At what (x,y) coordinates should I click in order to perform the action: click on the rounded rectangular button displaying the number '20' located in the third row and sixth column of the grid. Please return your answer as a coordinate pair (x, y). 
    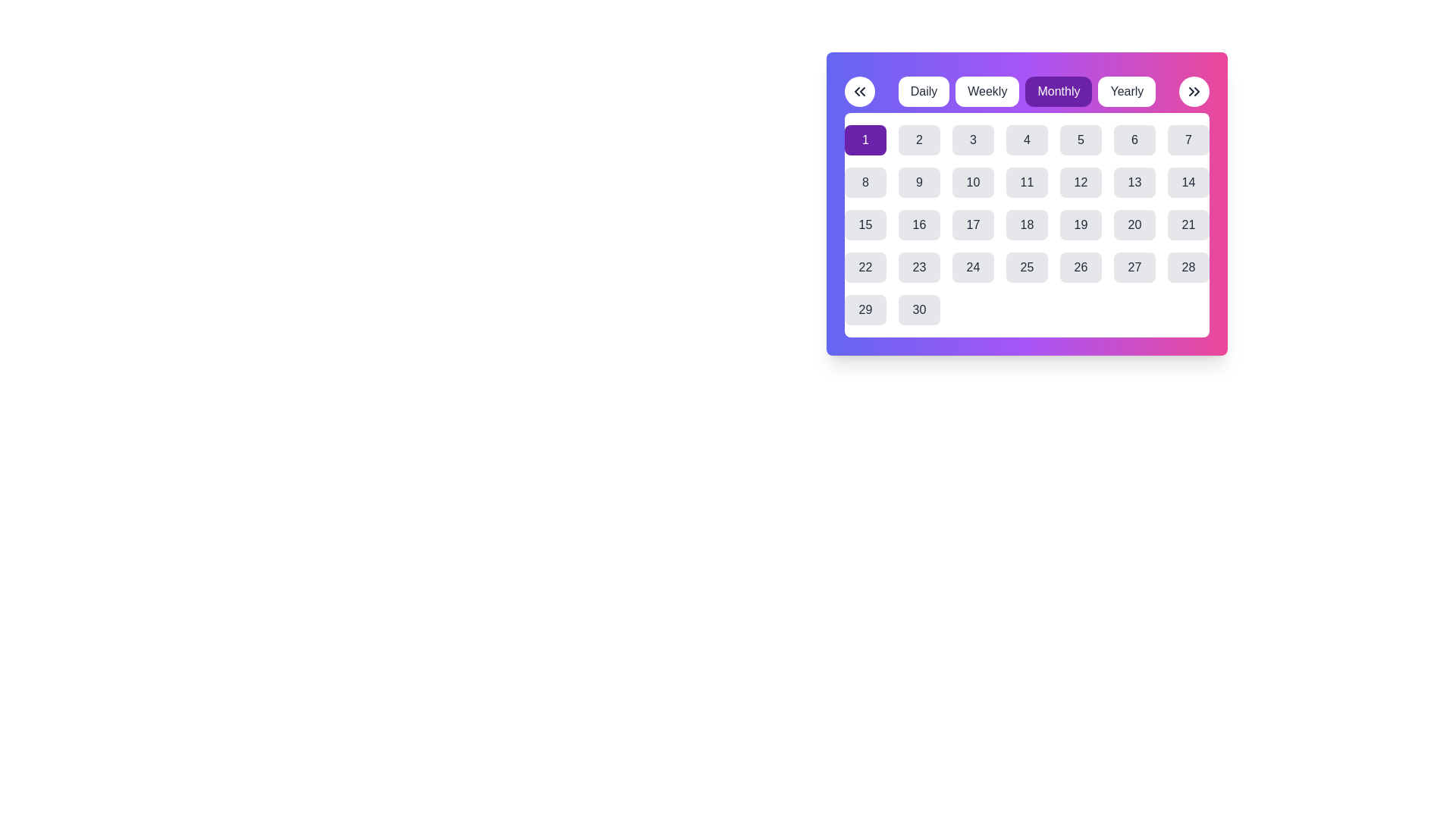
    Looking at the image, I should click on (1134, 225).